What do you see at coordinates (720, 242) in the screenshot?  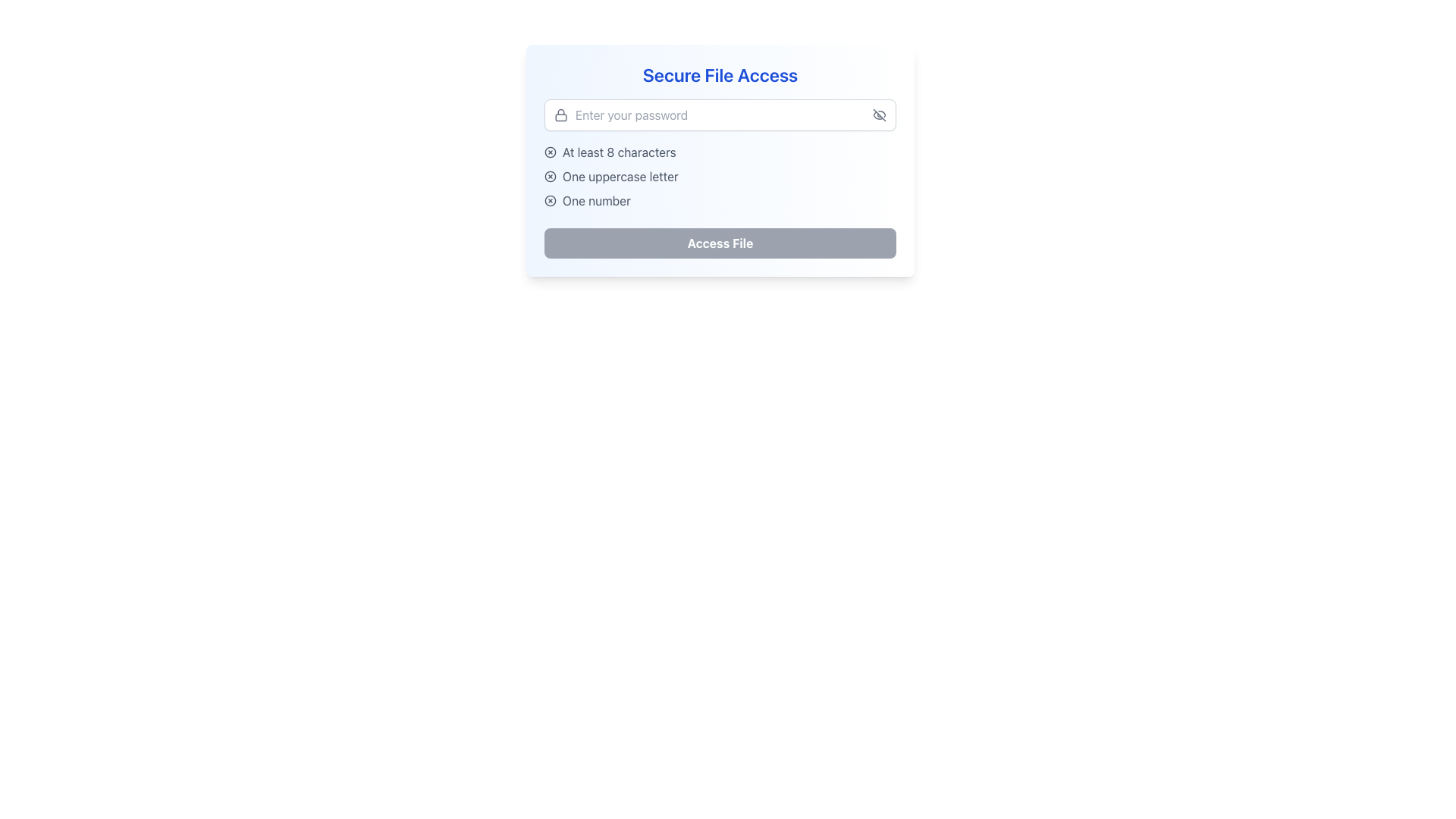 I see `the 'Access File' disabled button, which has a gray background and white text, located beneath the password instructions in the 'Secure File Access' section` at bounding box center [720, 242].